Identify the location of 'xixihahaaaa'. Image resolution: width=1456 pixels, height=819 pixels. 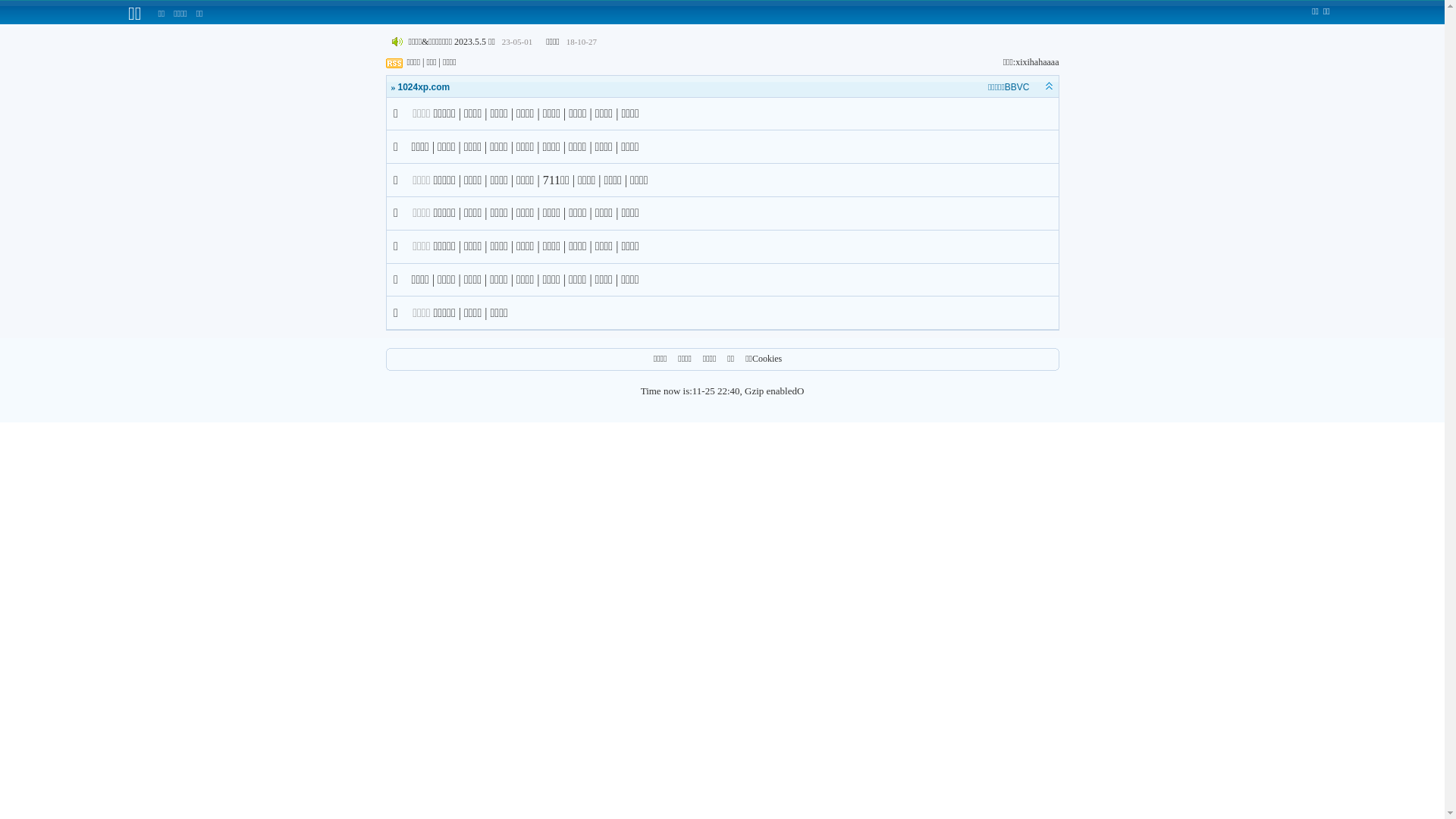
(1036, 61).